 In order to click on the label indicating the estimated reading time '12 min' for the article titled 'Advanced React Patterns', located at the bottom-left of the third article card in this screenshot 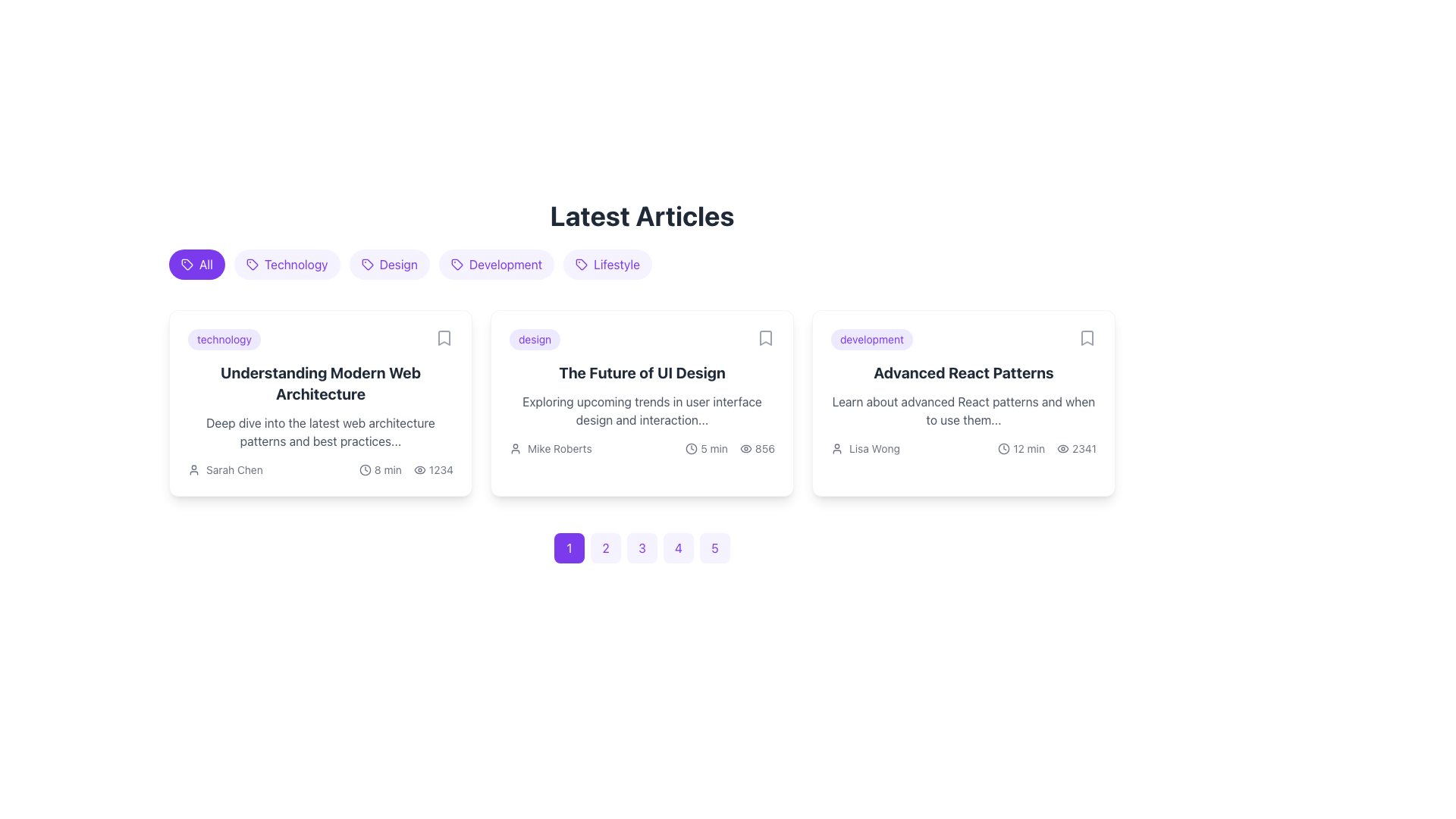, I will do `click(1021, 447)`.